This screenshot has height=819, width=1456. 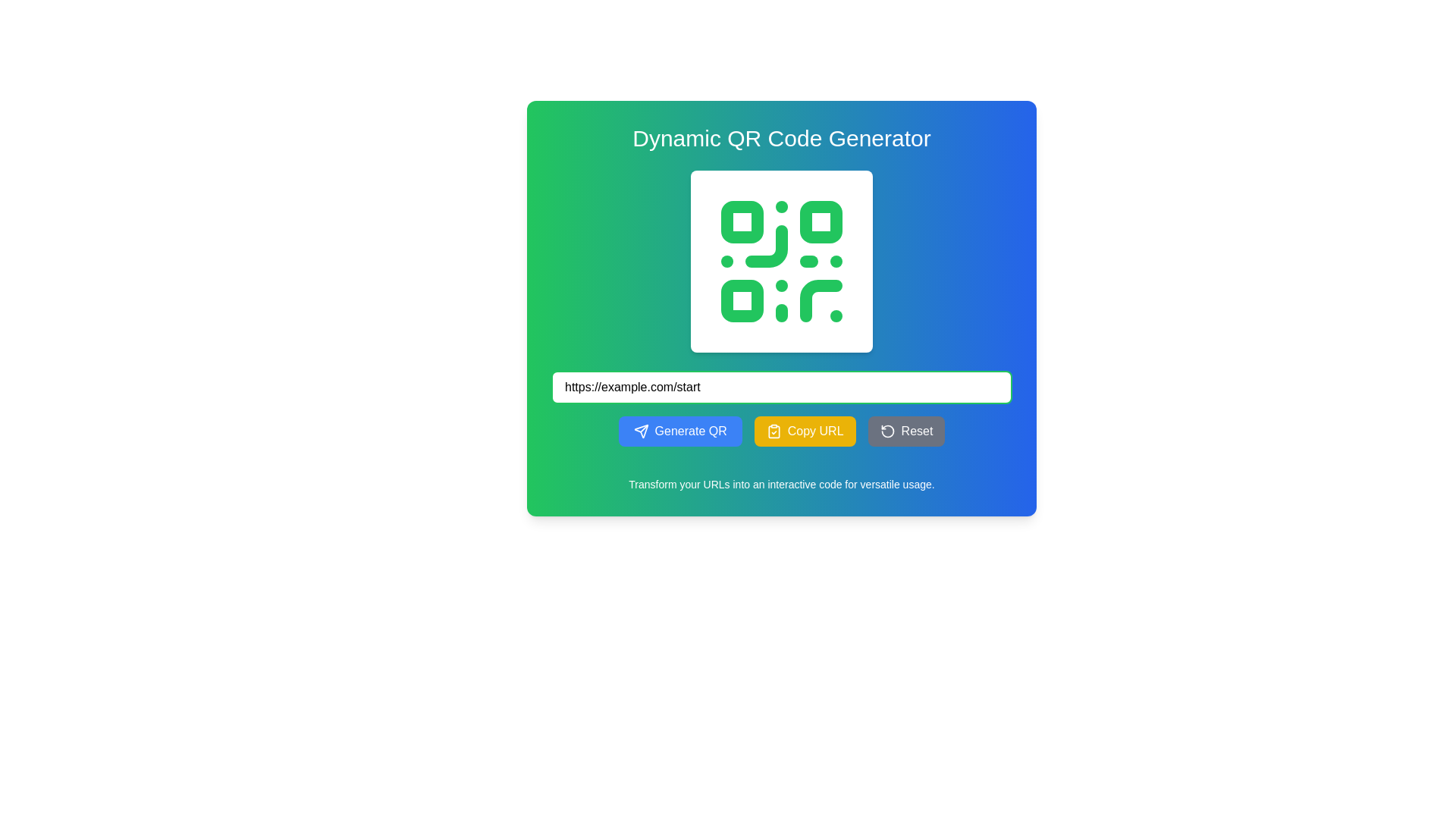 What do you see at coordinates (782, 431) in the screenshot?
I see `the second button in a horizontal arrangement of three buttons located centrally at the bottom of the interface` at bounding box center [782, 431].